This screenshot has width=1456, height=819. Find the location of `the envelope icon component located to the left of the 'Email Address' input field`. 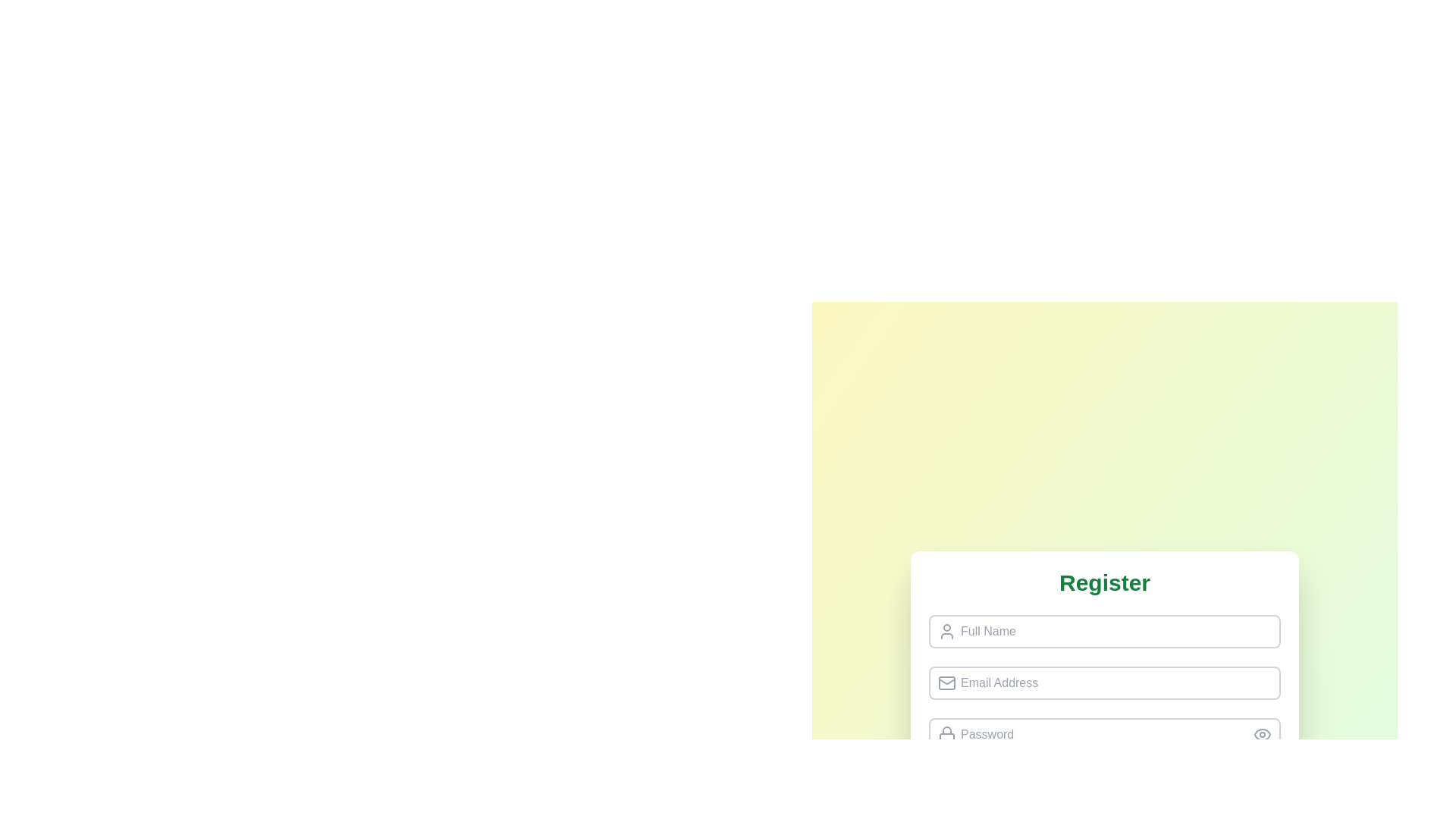

the envelope icon component located to the left of the 'Email Address' input field is located at coordinates (946, 680).